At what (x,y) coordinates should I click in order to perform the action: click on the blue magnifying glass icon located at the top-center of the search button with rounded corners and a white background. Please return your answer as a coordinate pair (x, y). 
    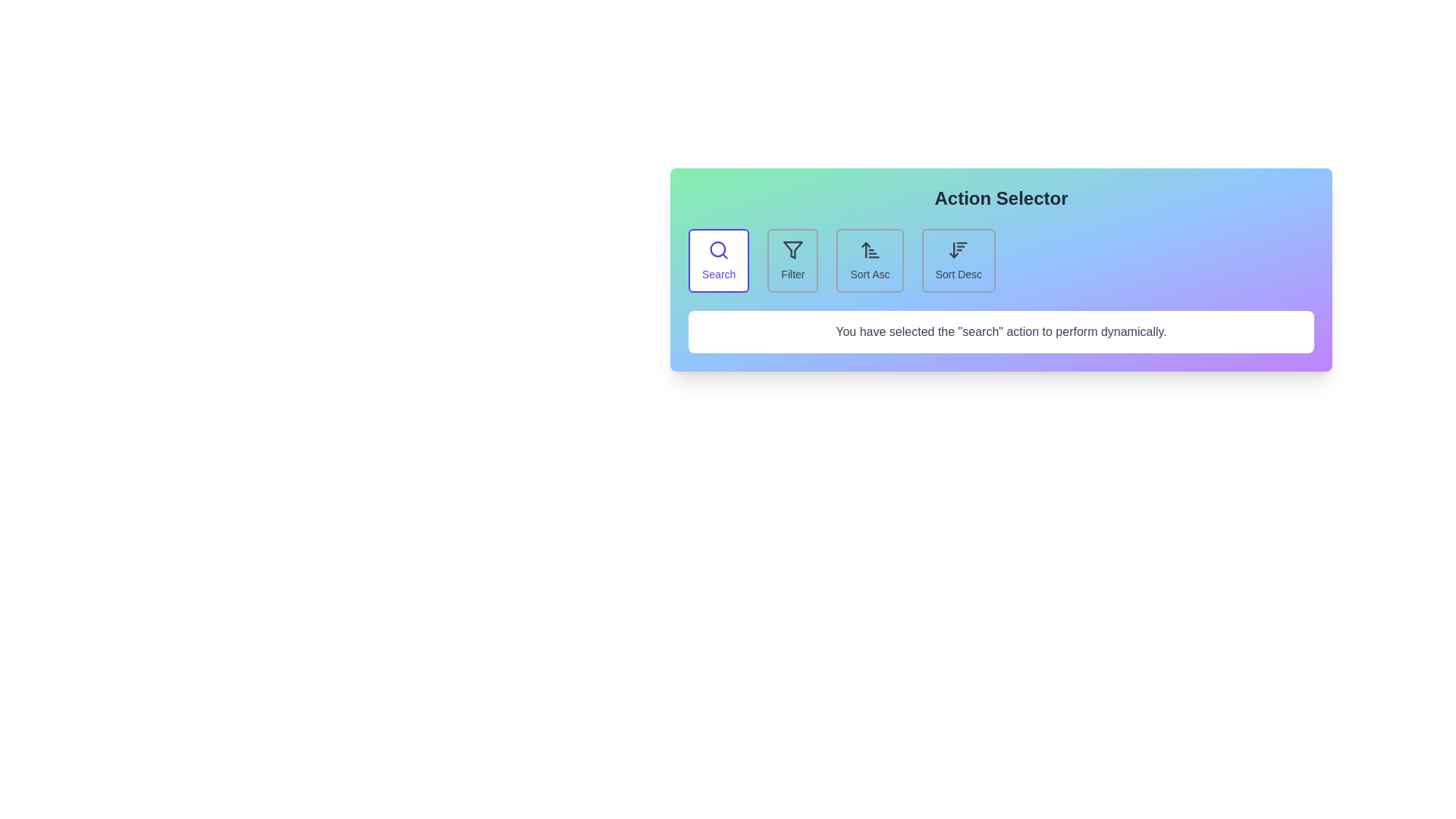
    Looking at the image, I should click on (718, 249).